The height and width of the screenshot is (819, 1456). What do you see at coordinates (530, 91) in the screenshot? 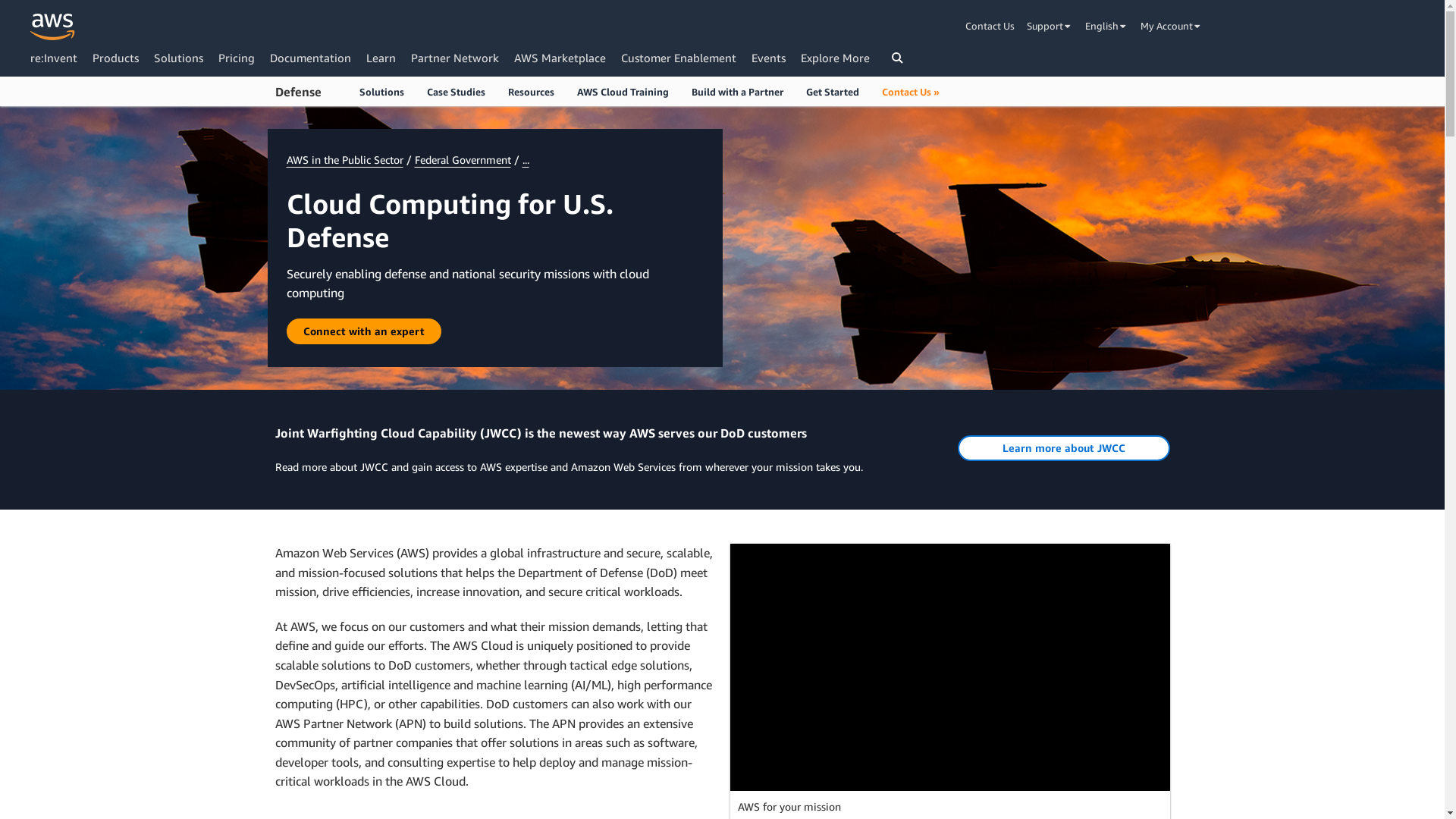
I see `'Resources'` at bounding box center [530, 91].